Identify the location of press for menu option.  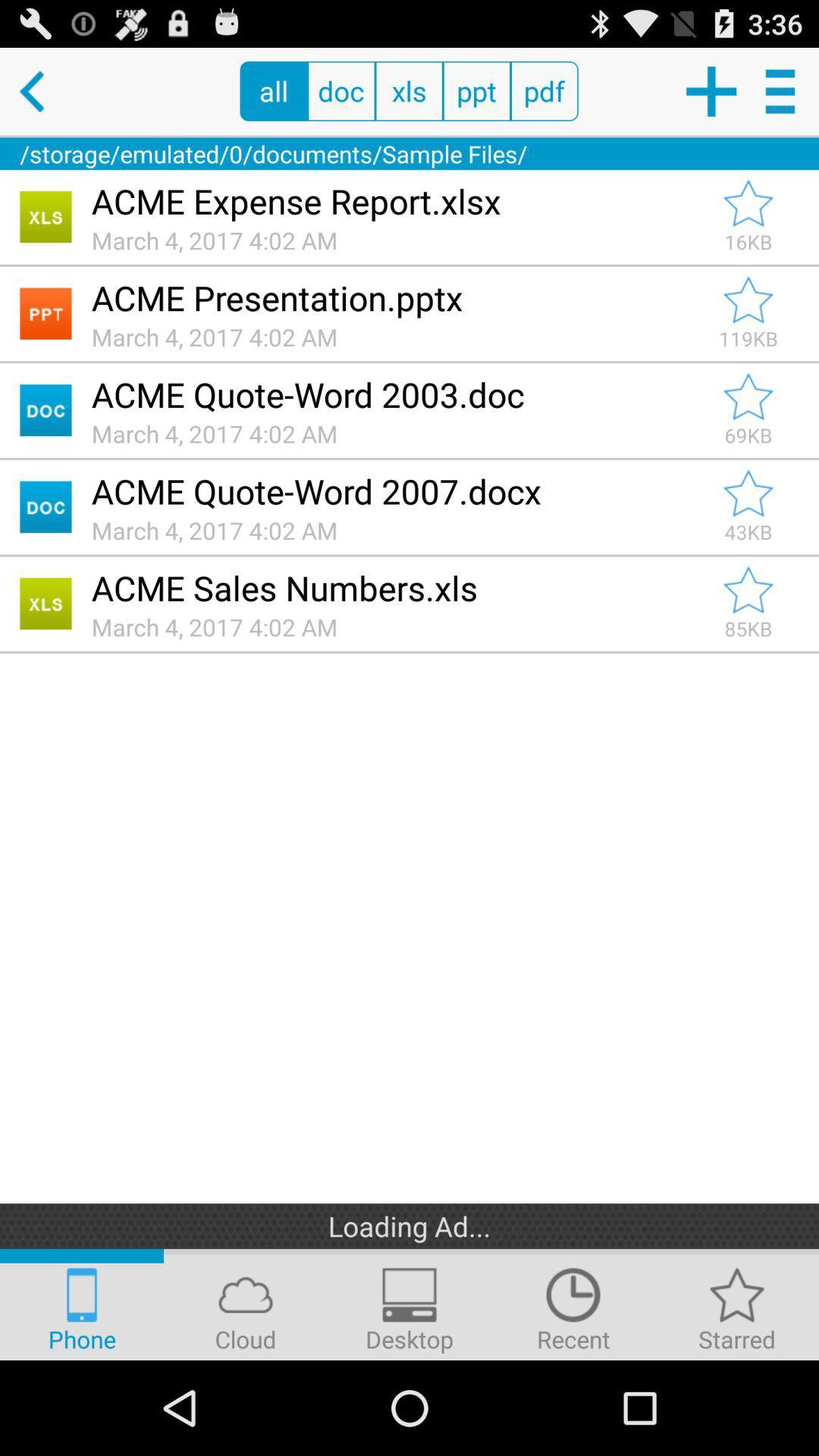
(783, 90).